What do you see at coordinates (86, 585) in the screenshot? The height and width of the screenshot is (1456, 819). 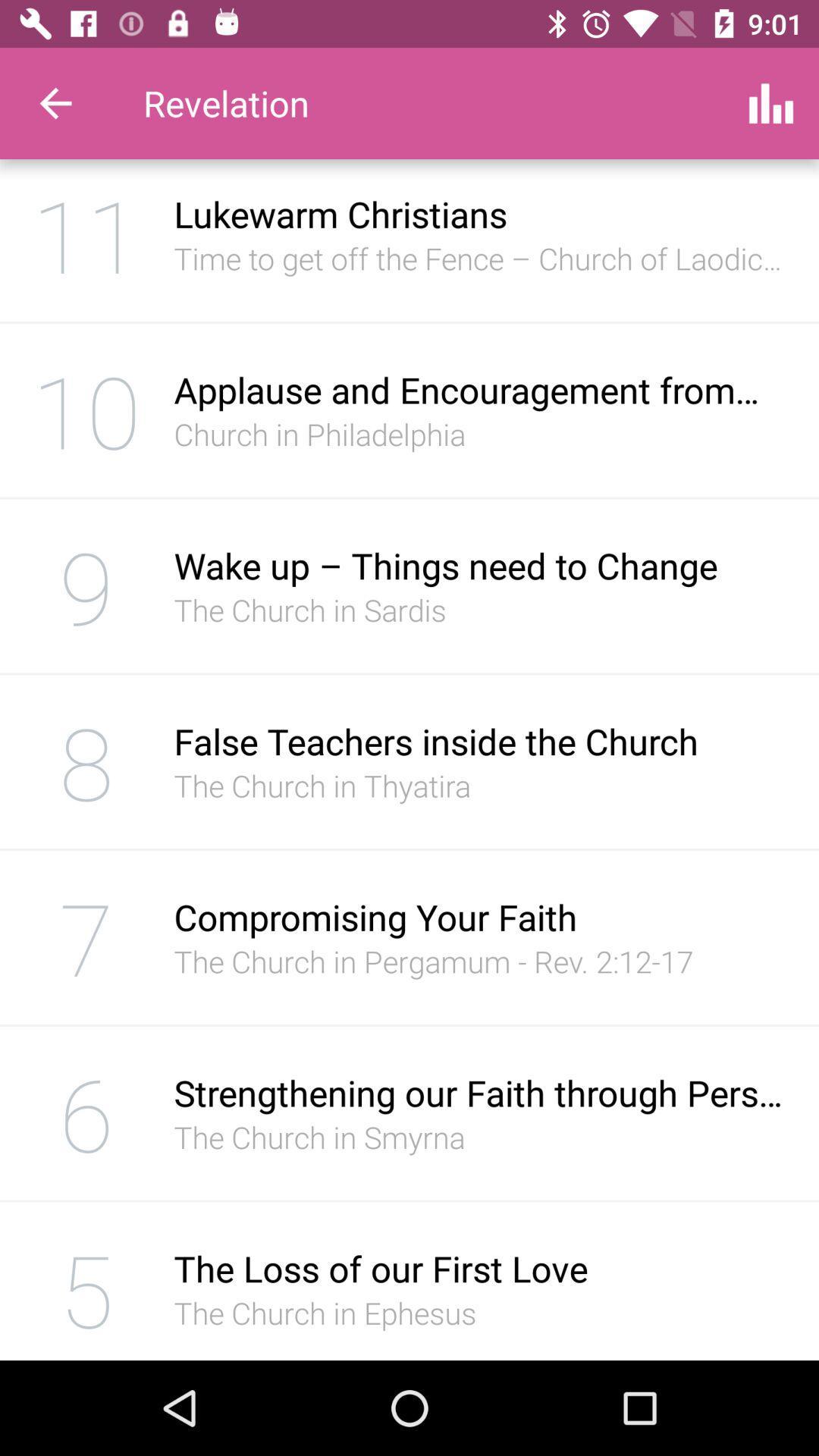 I see `item next to the wake up things item` at bounding box center [86, 585].